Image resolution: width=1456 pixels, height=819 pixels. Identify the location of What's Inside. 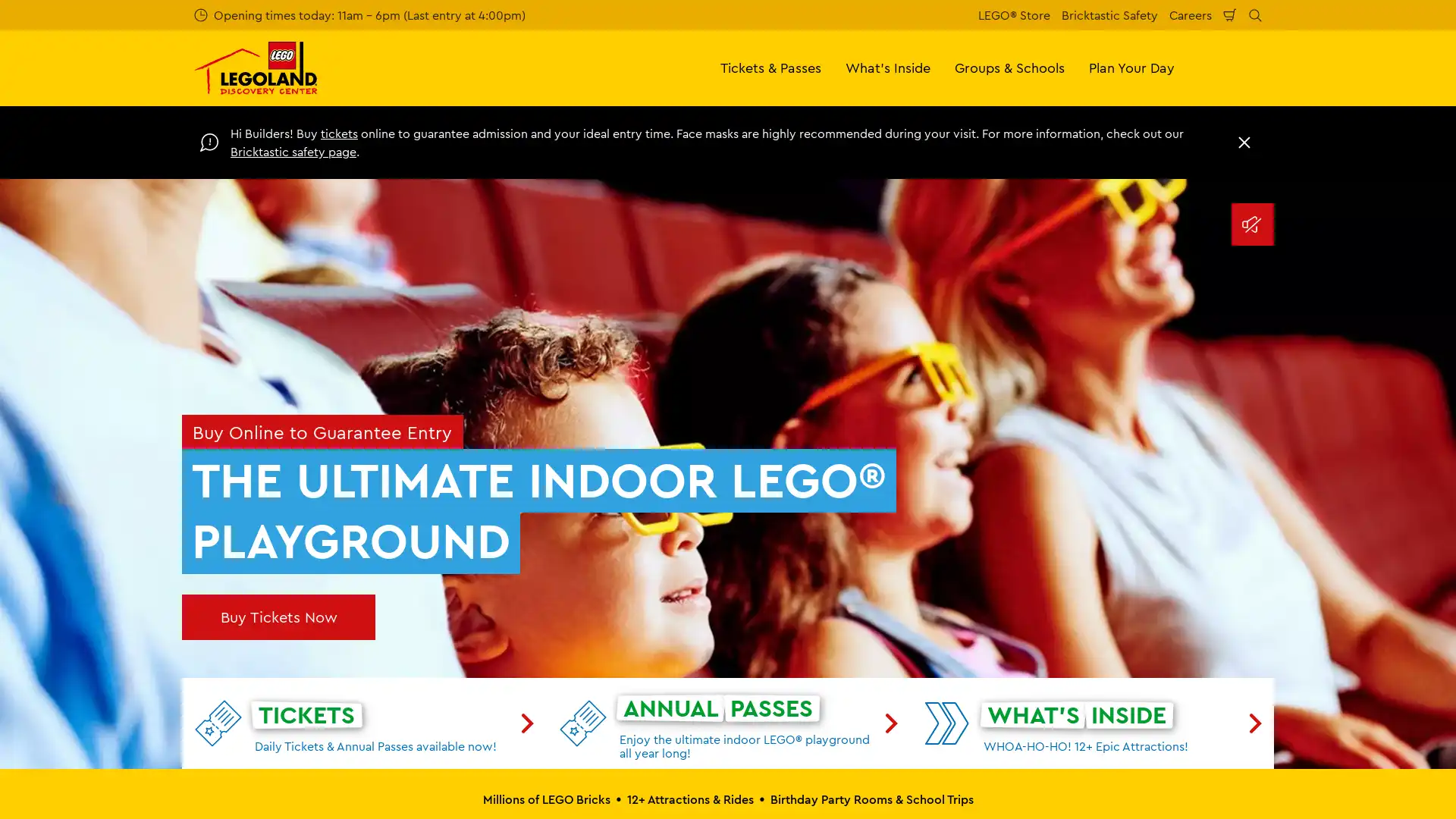
(888, 67).